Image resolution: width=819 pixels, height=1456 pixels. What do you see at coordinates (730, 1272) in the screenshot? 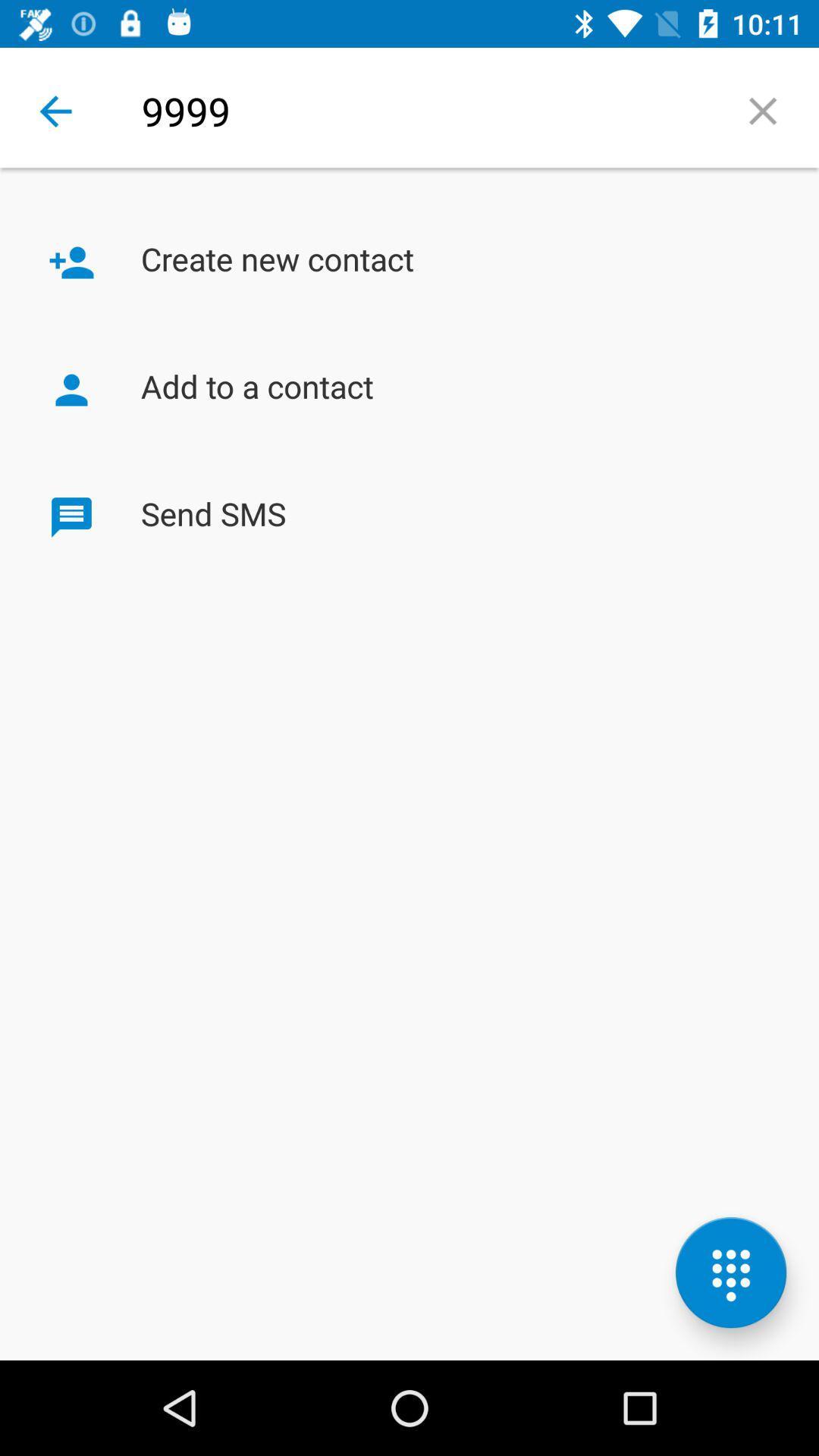
I see `the dialpad icon` at bounding box center [730, 1272].